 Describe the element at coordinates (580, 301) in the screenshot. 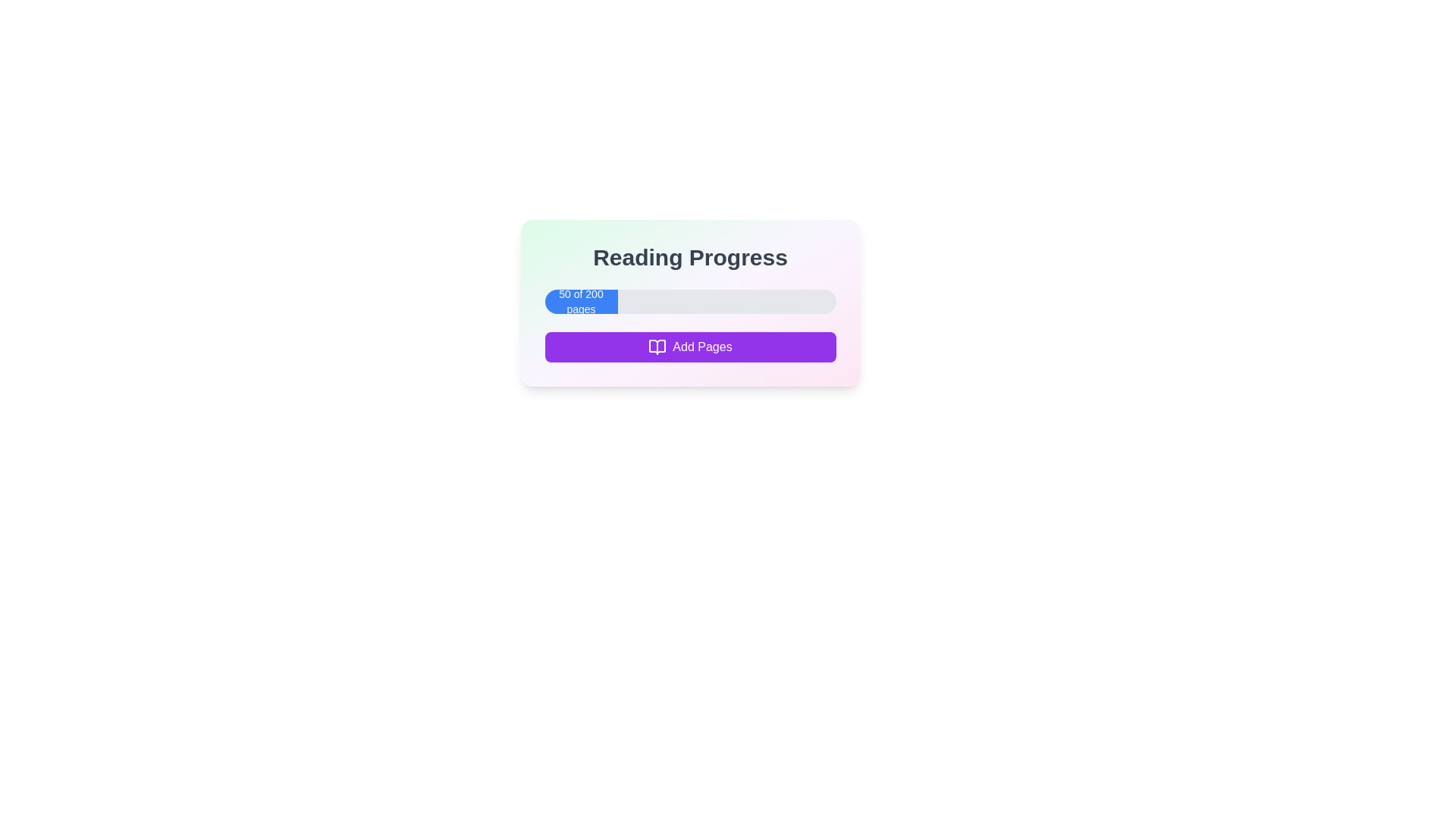

I see `the Progress indicator that visually indicates the reading progress, which shows 25% completion of the progress bar` at that location.